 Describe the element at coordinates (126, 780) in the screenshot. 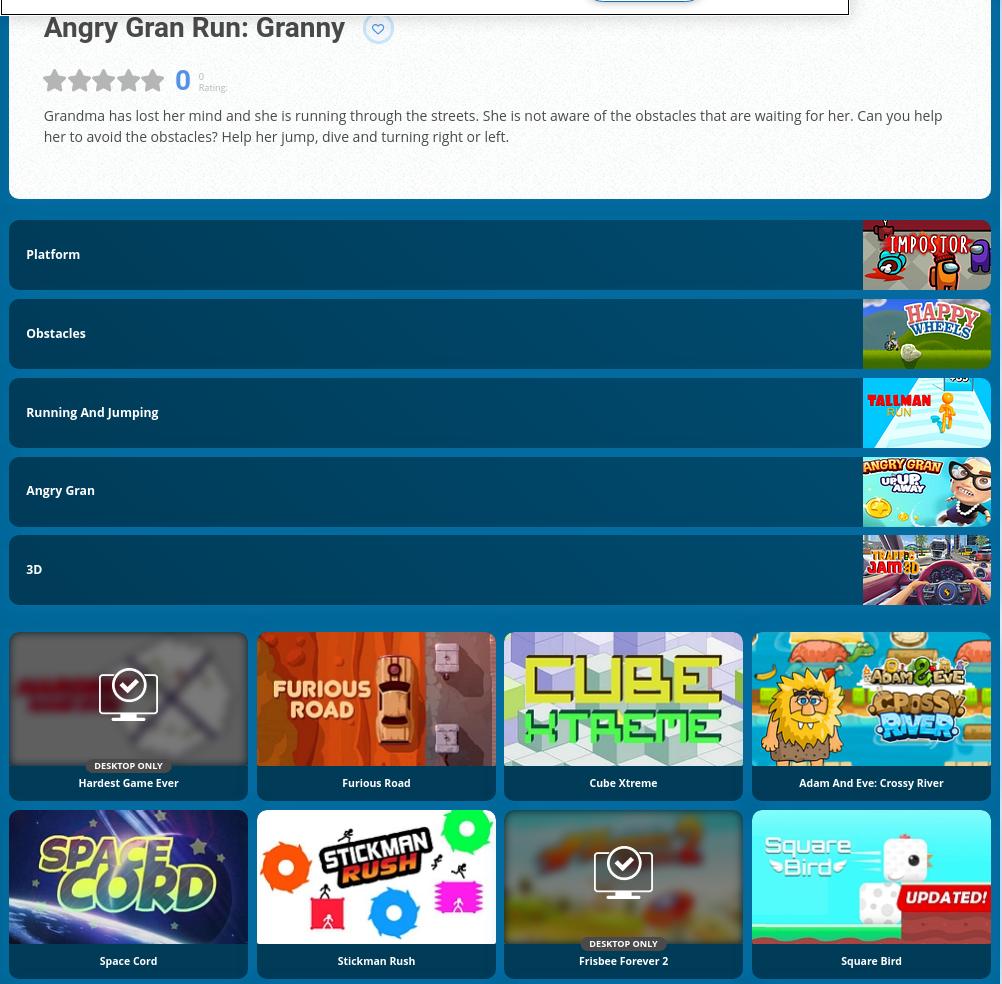

I see `'Hardest Game Ever'` at that location.